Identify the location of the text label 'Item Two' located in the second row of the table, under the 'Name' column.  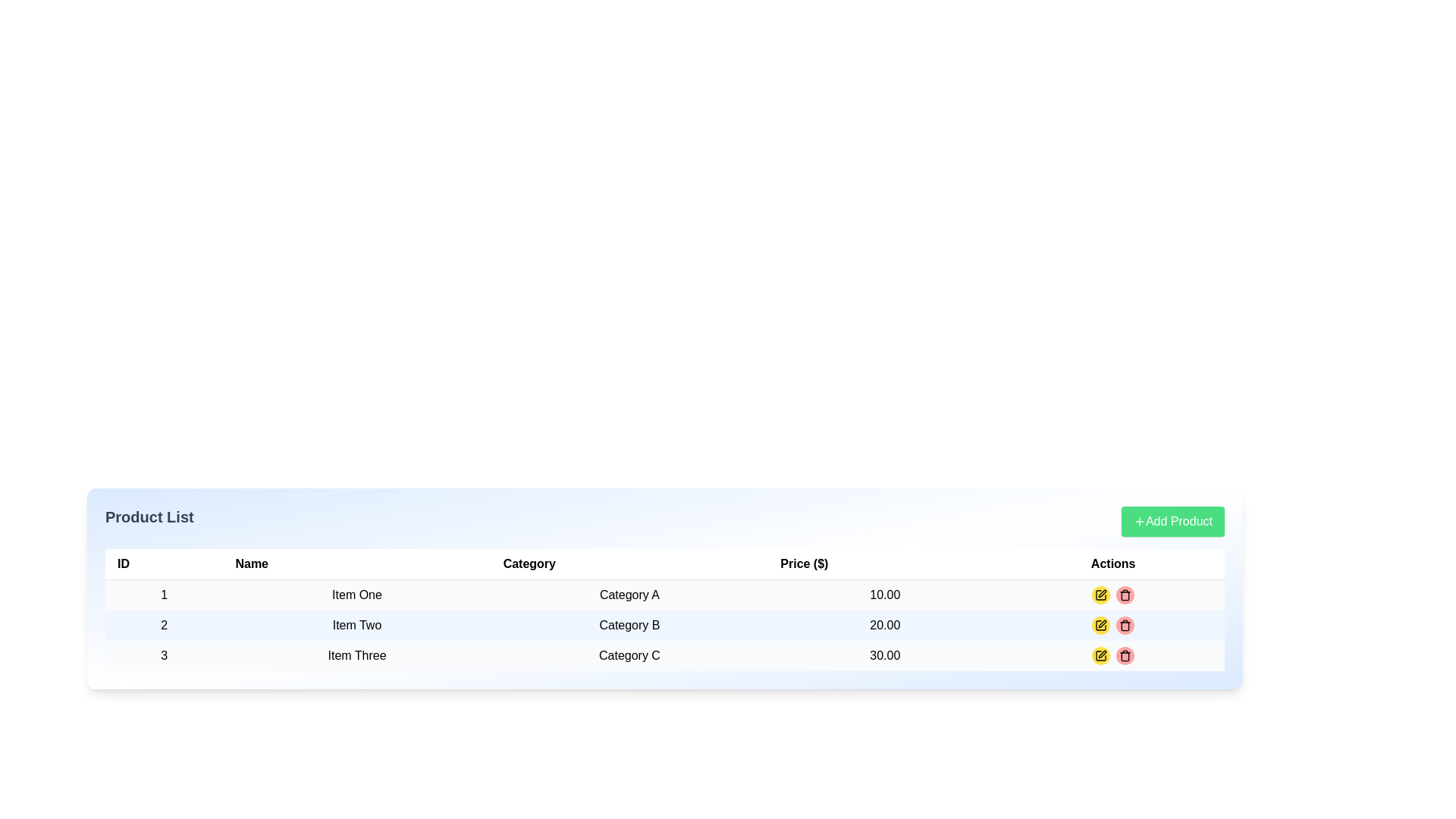
(356, 626).